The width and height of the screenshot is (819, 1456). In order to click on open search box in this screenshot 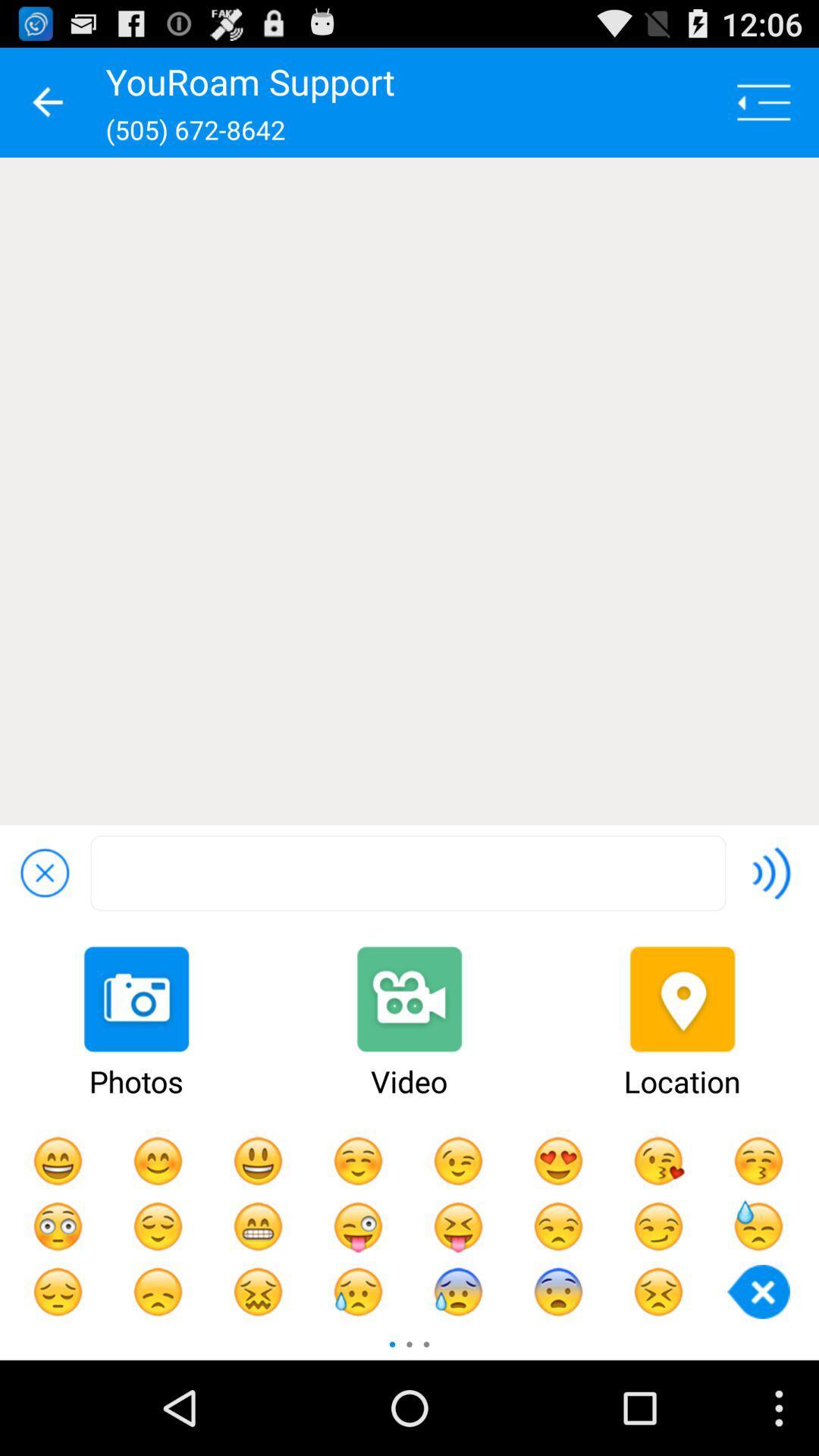, I will do `click(407, 873)`.